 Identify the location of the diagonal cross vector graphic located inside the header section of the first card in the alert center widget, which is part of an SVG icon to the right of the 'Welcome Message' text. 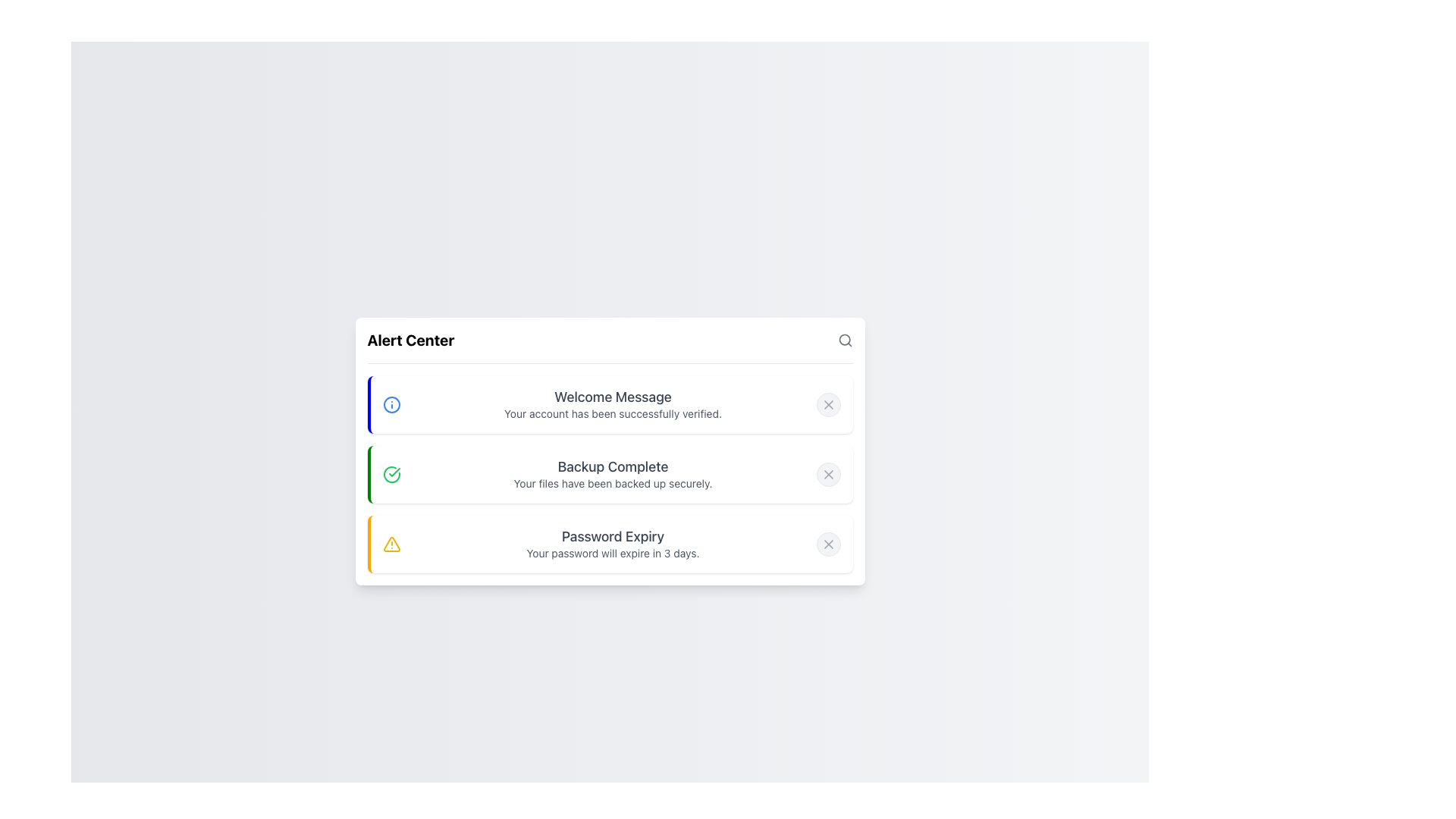
(827, 403).